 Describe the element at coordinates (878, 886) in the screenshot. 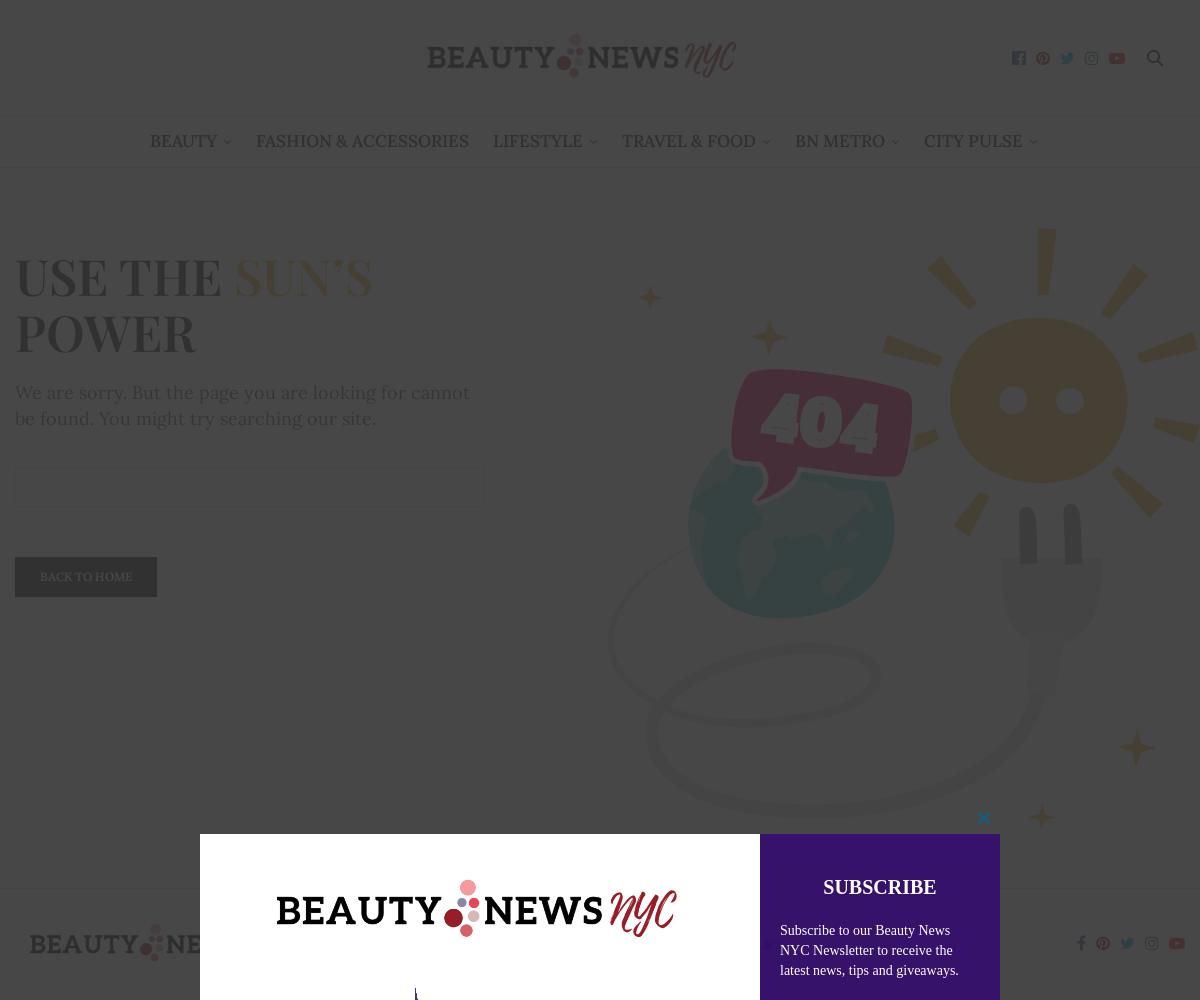

I see `'SUBSCRIBE'` at that location.